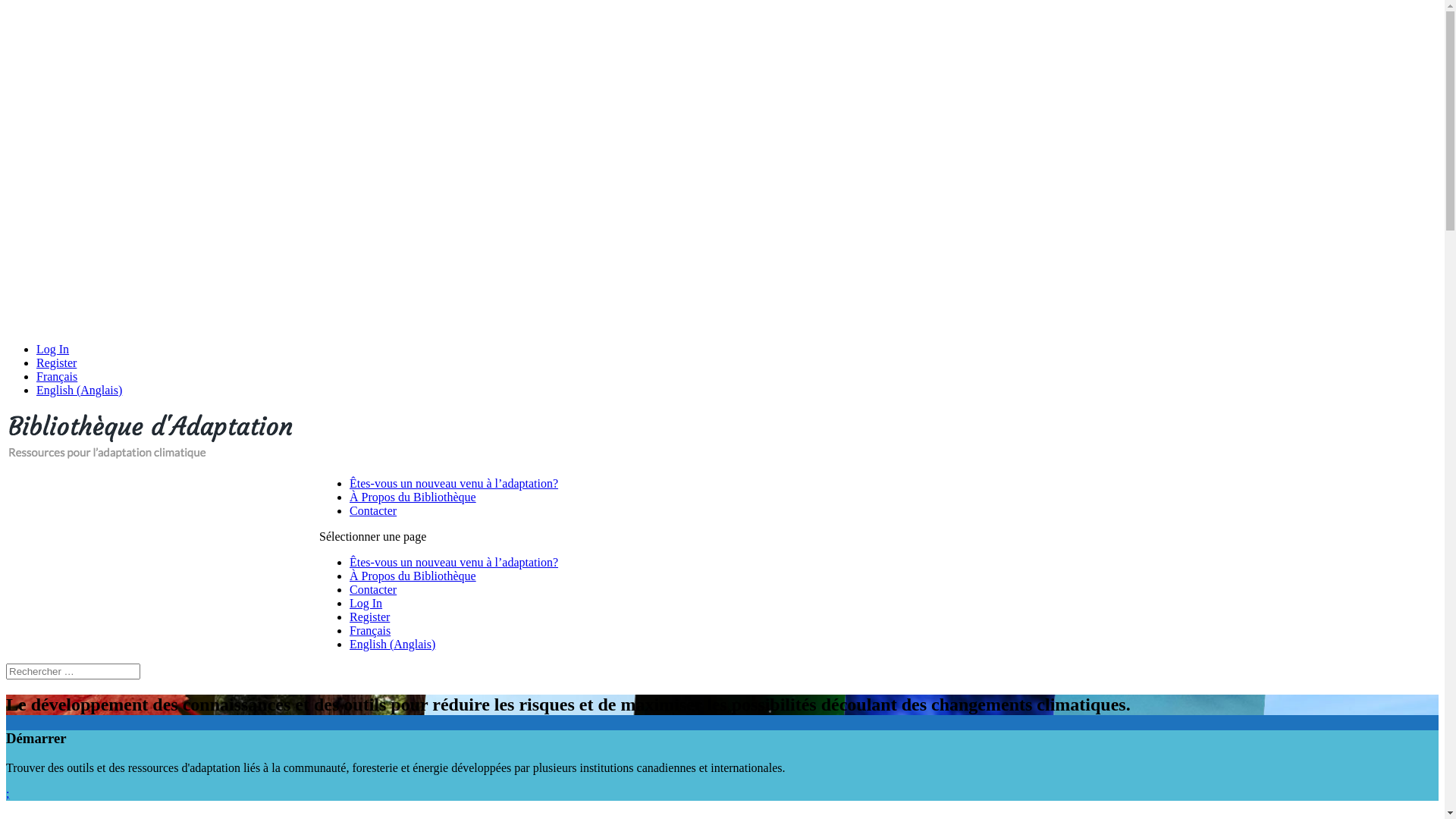 This screenshot has width=1456, height=819. What do you see at coordinates (7, 792) in the screenshot?
I see `';'` at bounding box center [7, 792].